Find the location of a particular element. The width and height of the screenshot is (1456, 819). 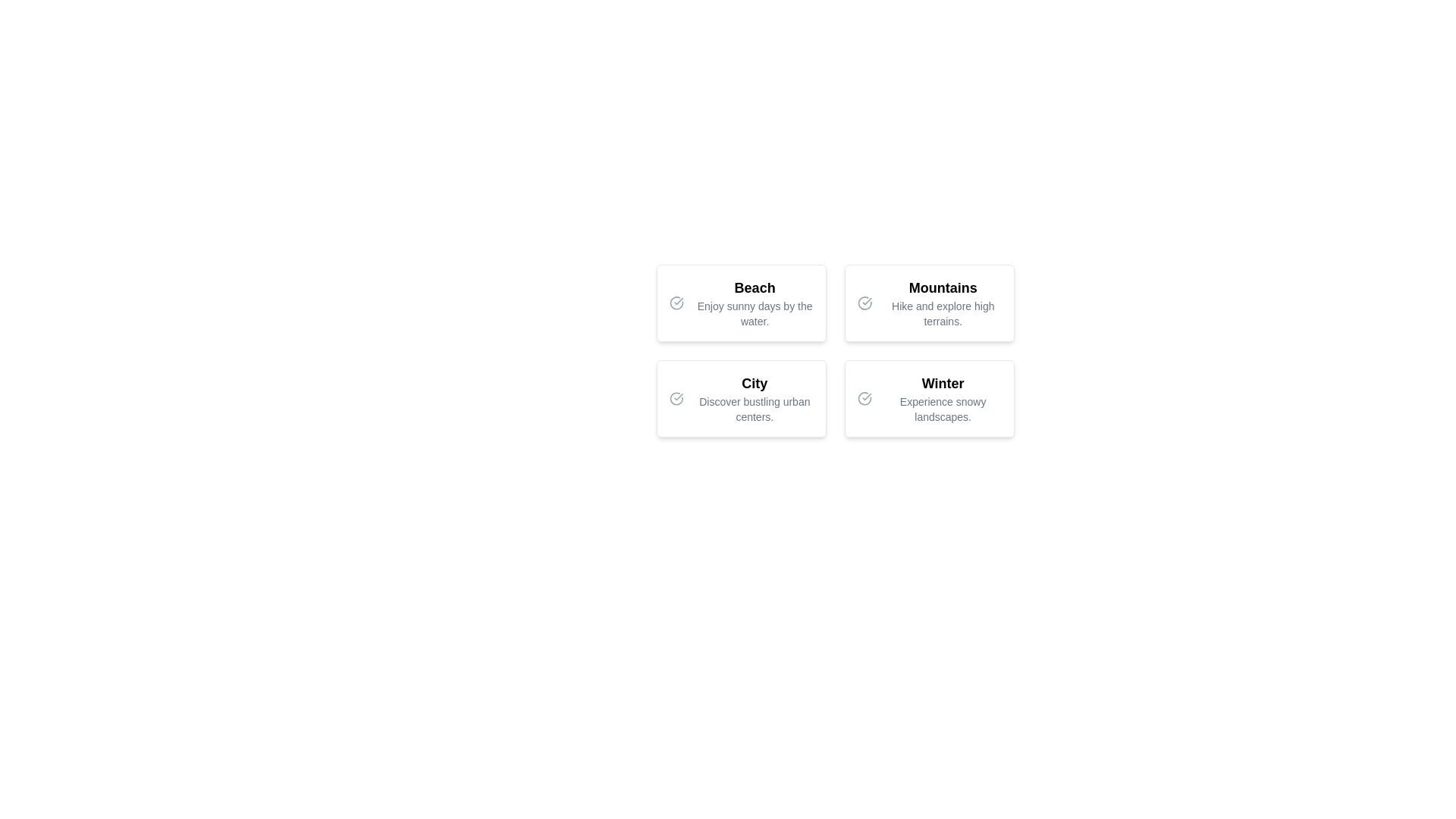

the descriptive text label that provides additional details about 'Mountains', which is centrally aligned in the top-right card of the grid layout is located at coordinates (942, 312).